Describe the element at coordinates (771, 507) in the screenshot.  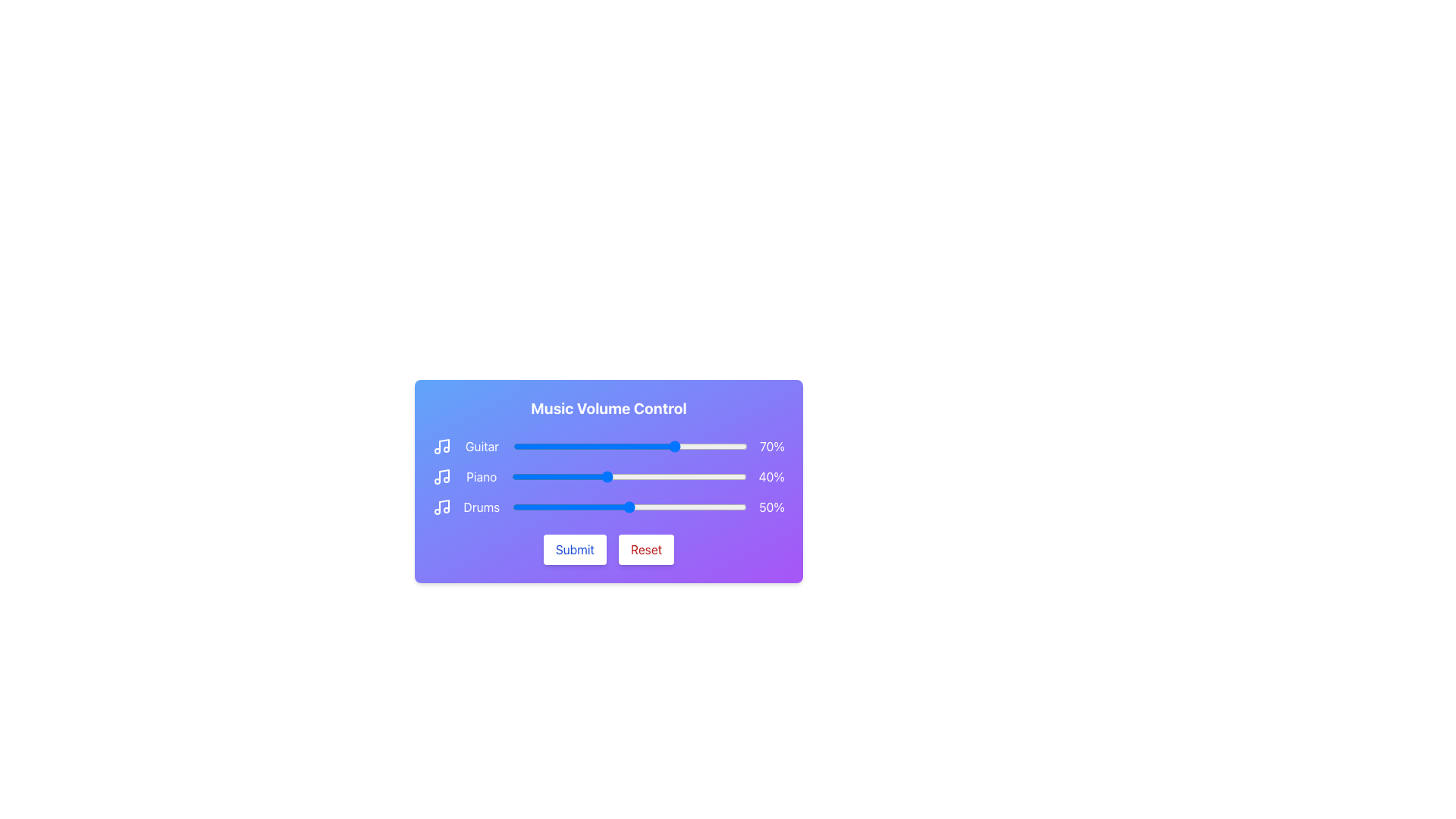
I see `the Text Label that displays the current value (50%) associated with the 'Drums' slider control, located to the right of the slider` at that location.